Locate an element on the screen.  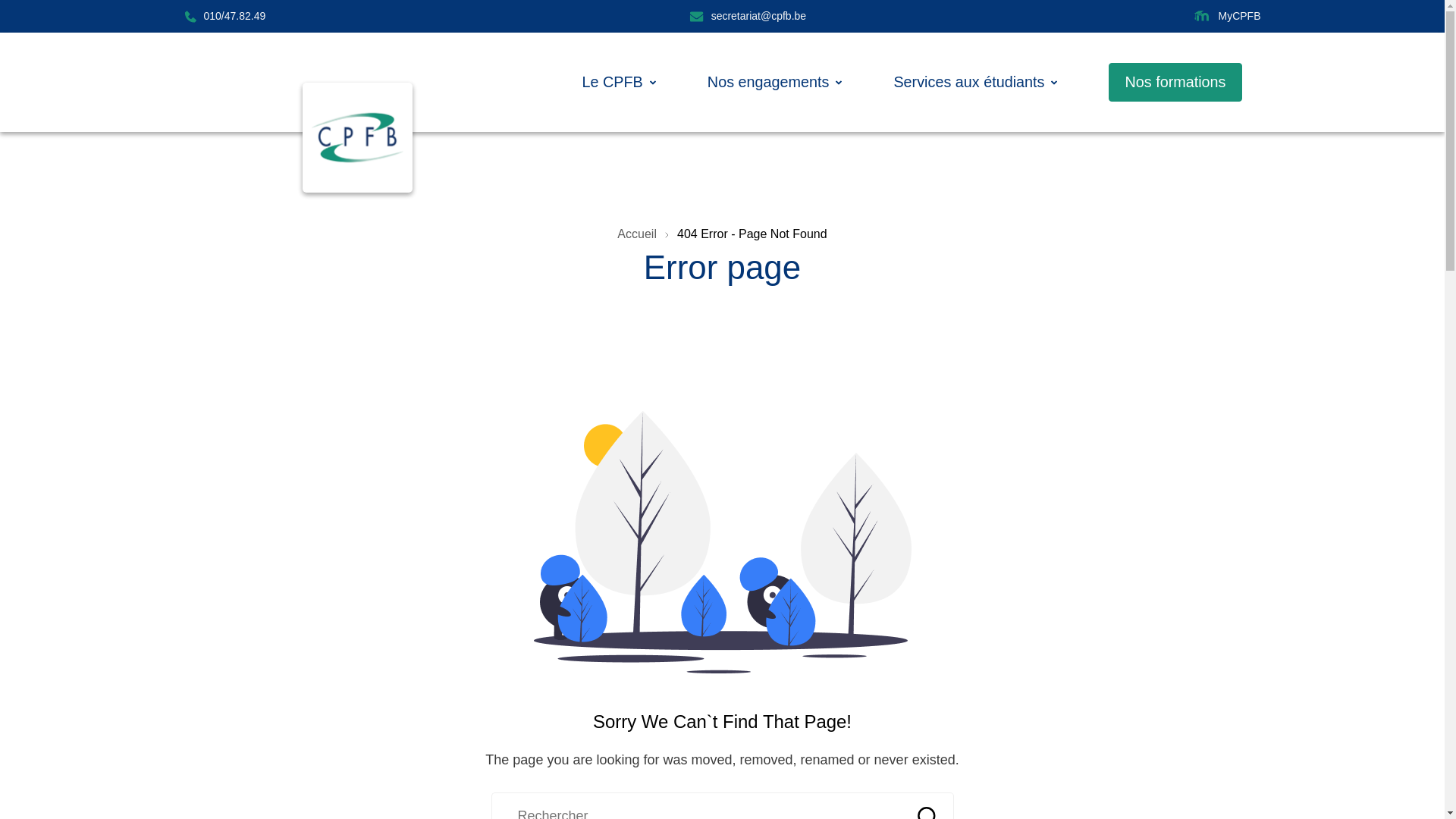
'Nos formations' is located at coordinates (1174, 82).